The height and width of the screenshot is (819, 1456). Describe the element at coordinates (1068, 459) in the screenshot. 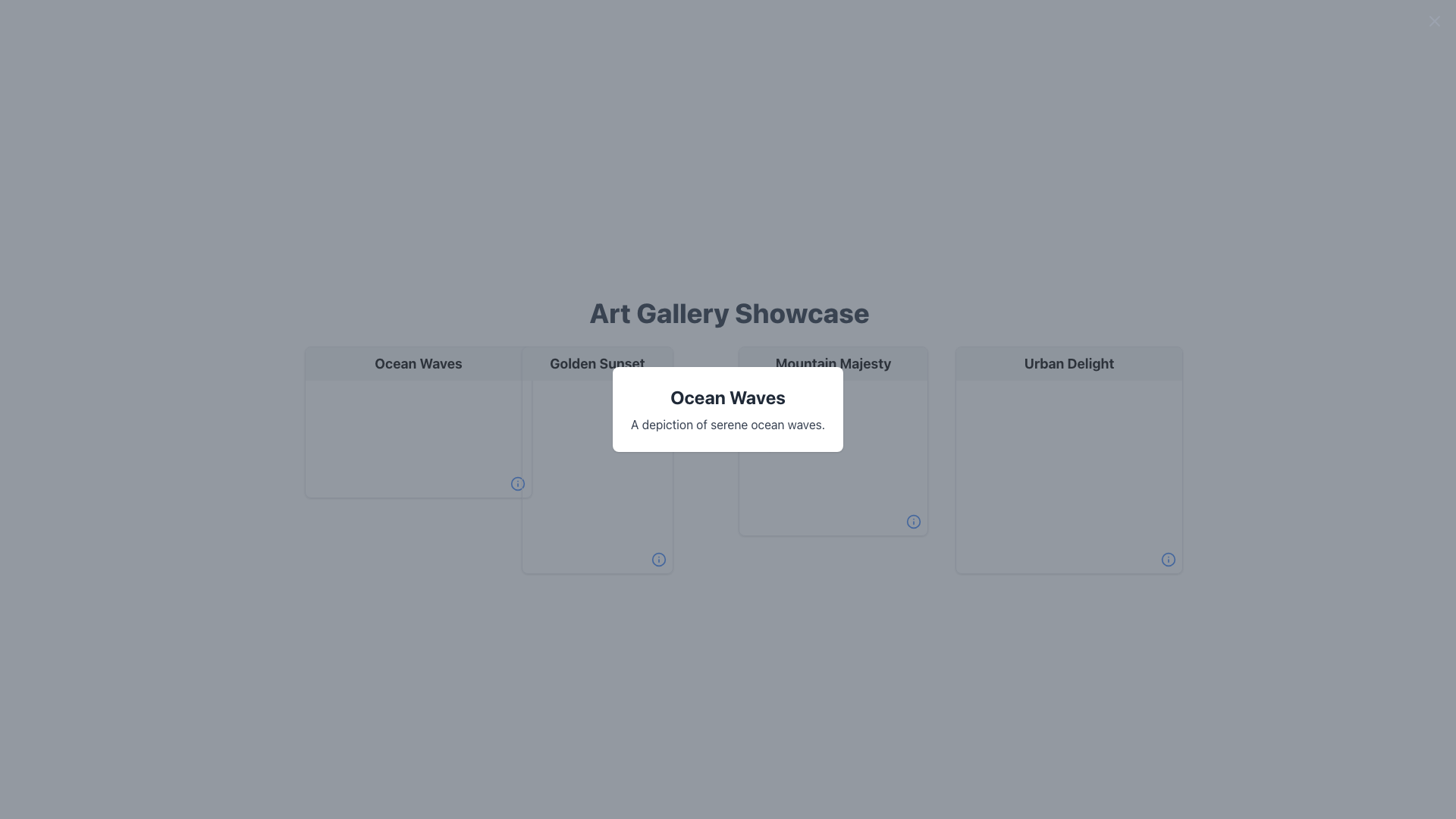

I see `the card element titled 'Urban Delight' located in the fourth position of a four-column grid layout, situated below 'Art Gallery Showcase.'` at that location.